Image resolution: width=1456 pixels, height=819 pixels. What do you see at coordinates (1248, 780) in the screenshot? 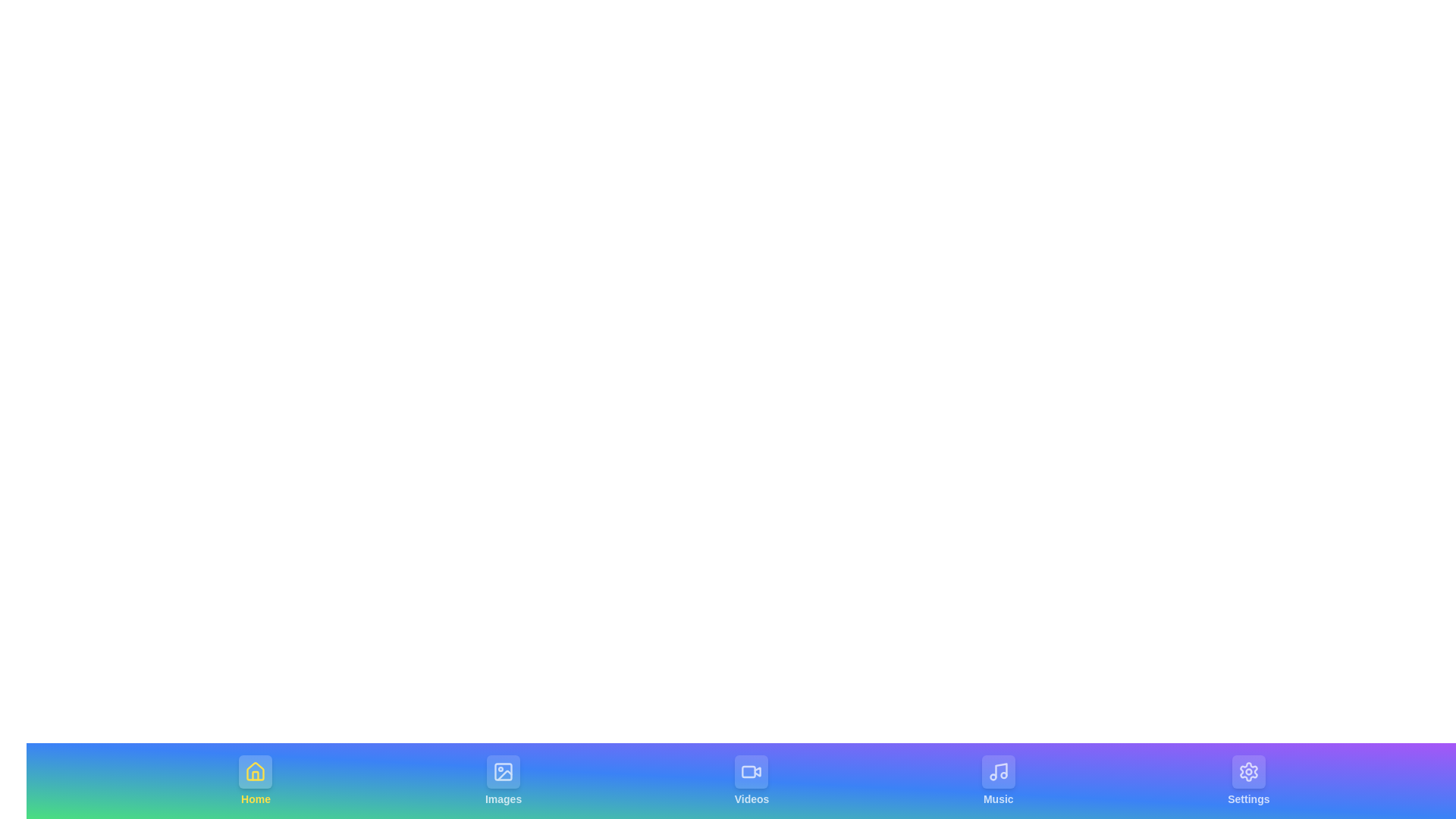
I see `the tab corresponding to Settings` at bounding box center [1248, 780].